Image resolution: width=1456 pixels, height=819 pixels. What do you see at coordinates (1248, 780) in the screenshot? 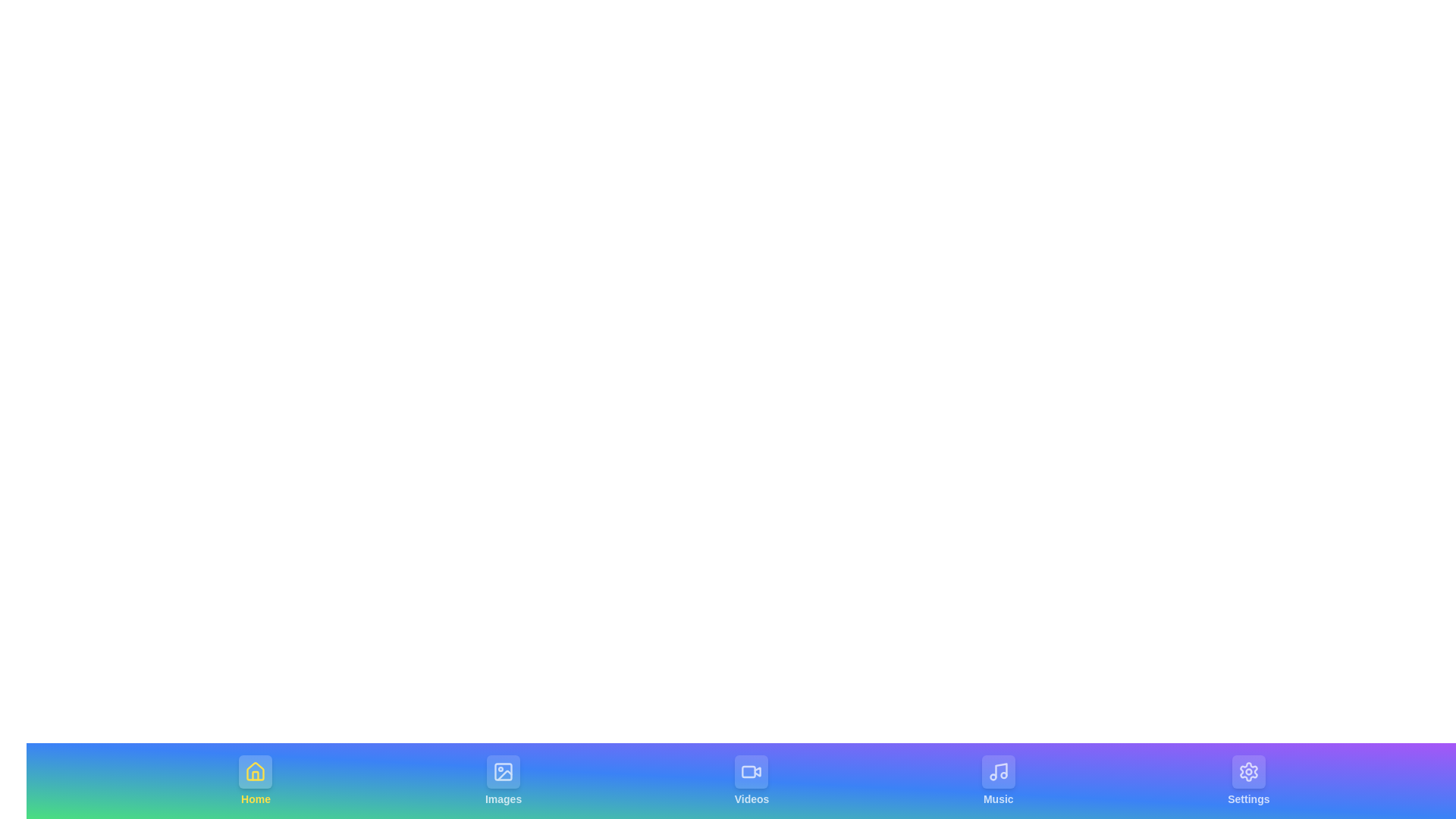
I see `the tab corresponding to Settings` at bounding box center [1248, 780].